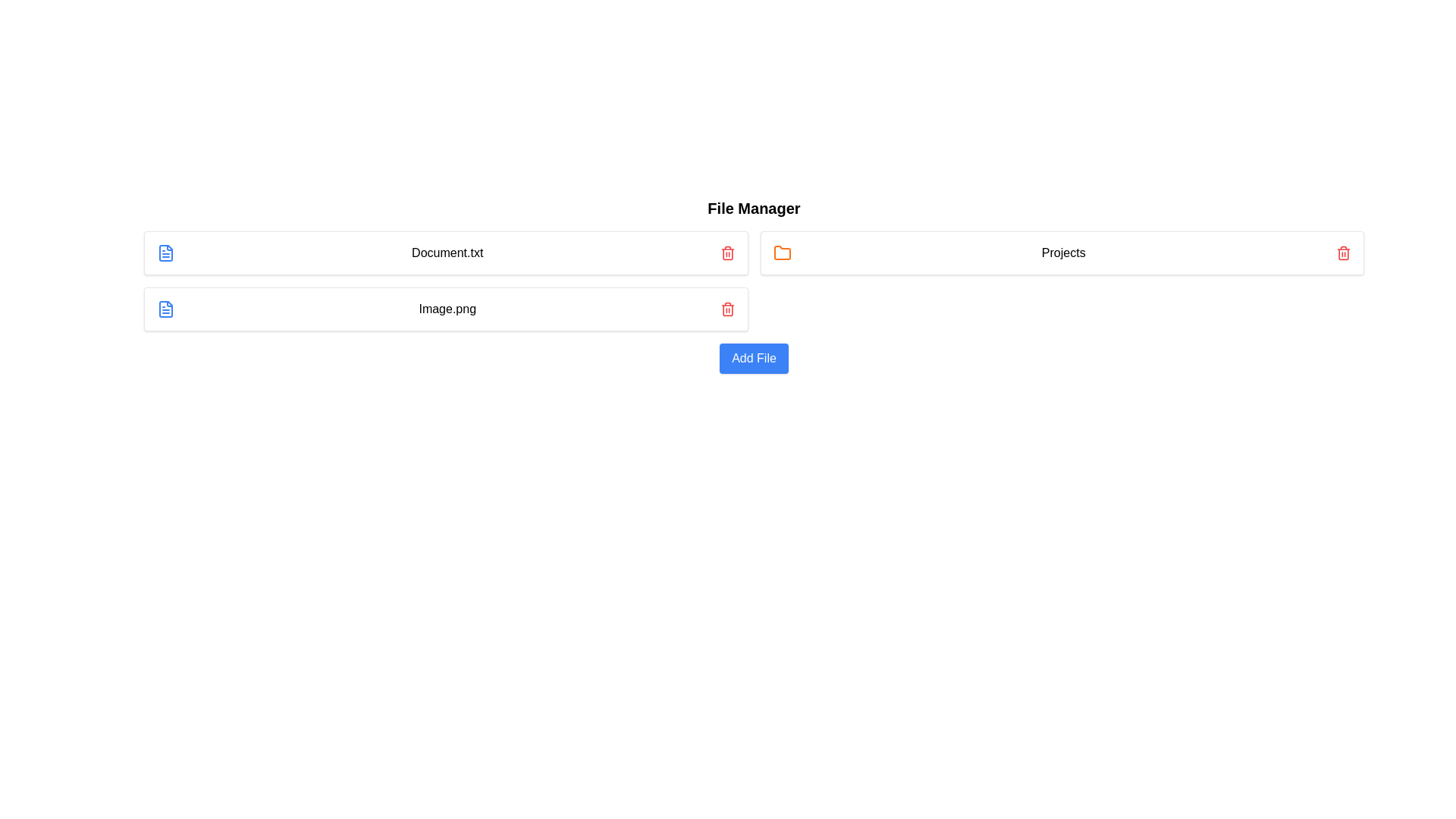  What do you see at coordinates (1343, 253) in the screenshot?
I see `the deletion button located on the far right of the 'Projects' panel` at bounding box center [1343, 253].